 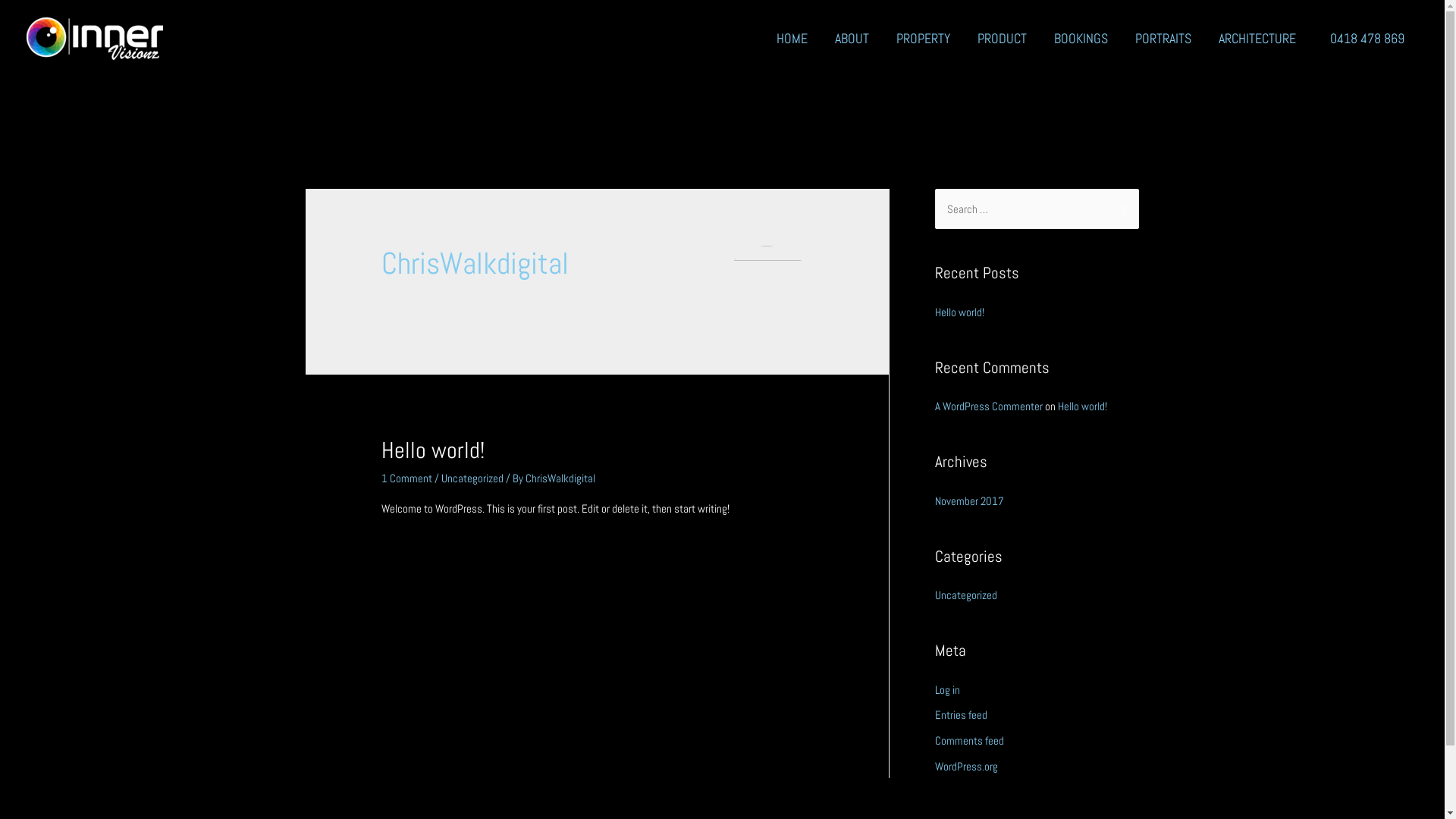 I want to click on 'ABOUT', so click(x=852, y=37).